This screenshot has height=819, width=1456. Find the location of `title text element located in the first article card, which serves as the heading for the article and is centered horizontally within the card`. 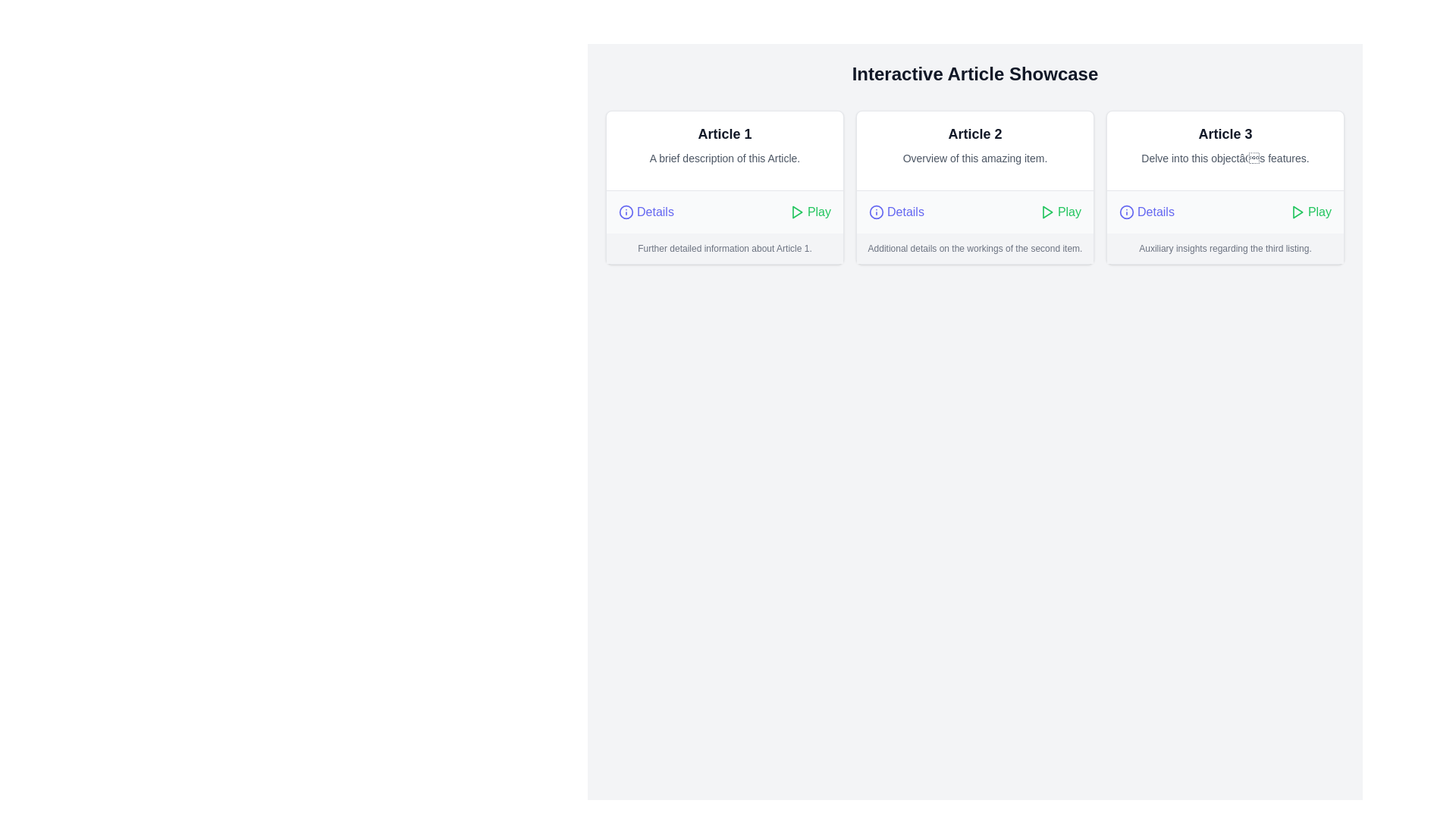

title text element located in the first article card, which serves as the heading for the article and is centered horizontally within the card is located at coordinates (723, 133).